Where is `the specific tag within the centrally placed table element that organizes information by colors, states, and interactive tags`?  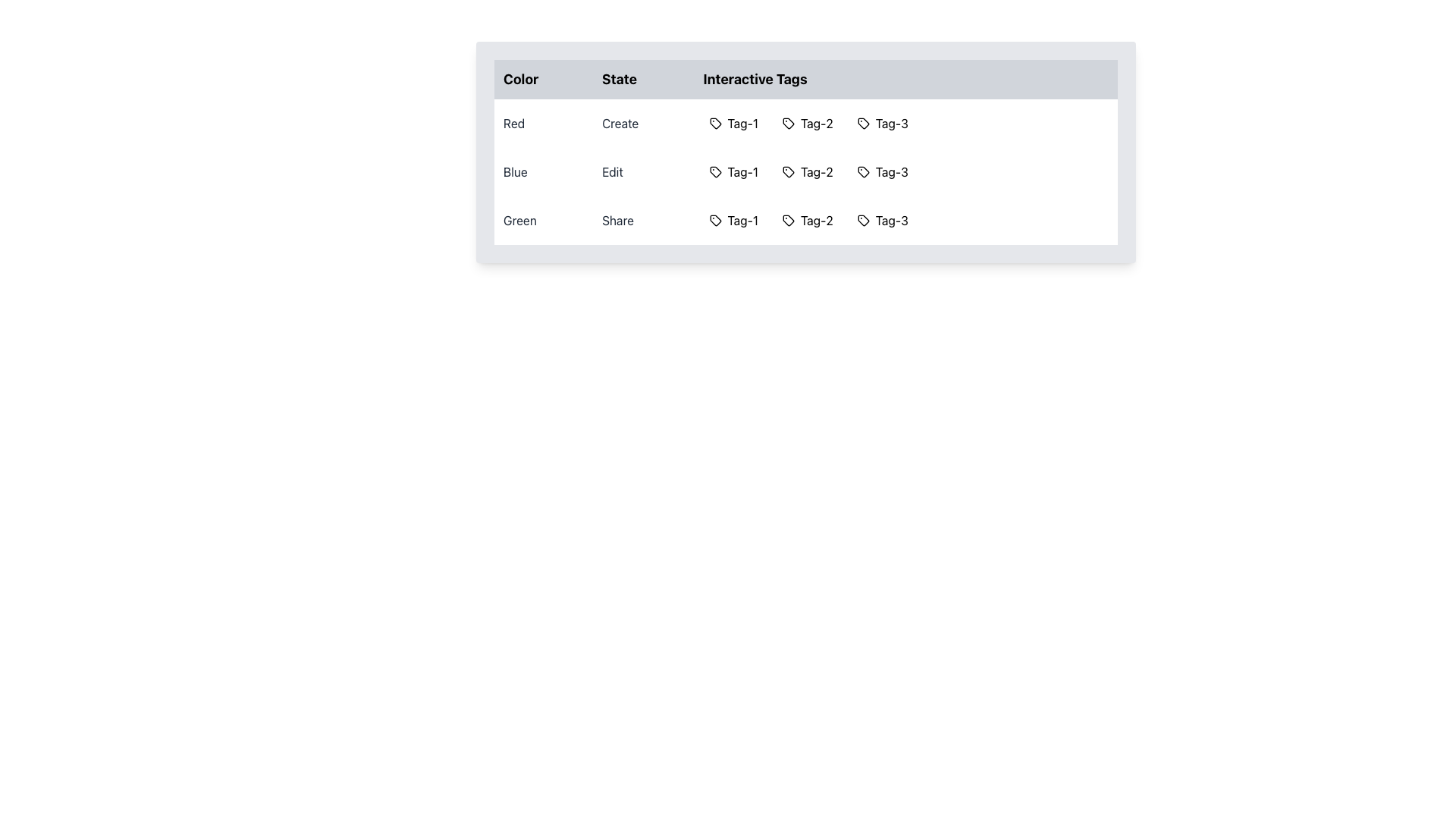 the specific tag within the centrally placed table element that organizes information by colors, states, and interactive tags is located at coordinates (805, 152).